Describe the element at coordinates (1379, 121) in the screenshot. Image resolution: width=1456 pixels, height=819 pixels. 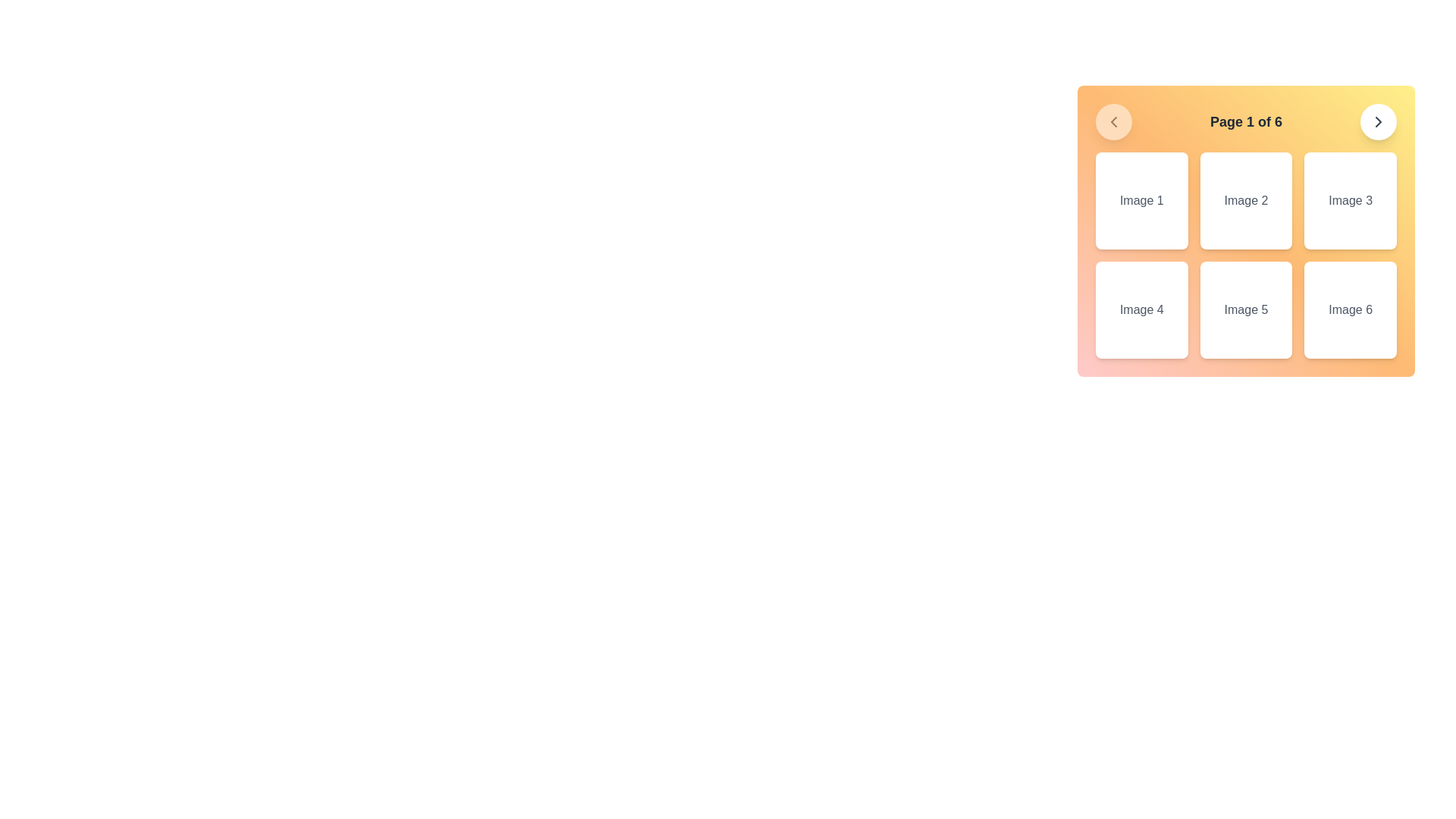
I see `the navigation icon located inside the circular white button at the top-right corner of the content card area to proceed to the next set of content or images` at that location.